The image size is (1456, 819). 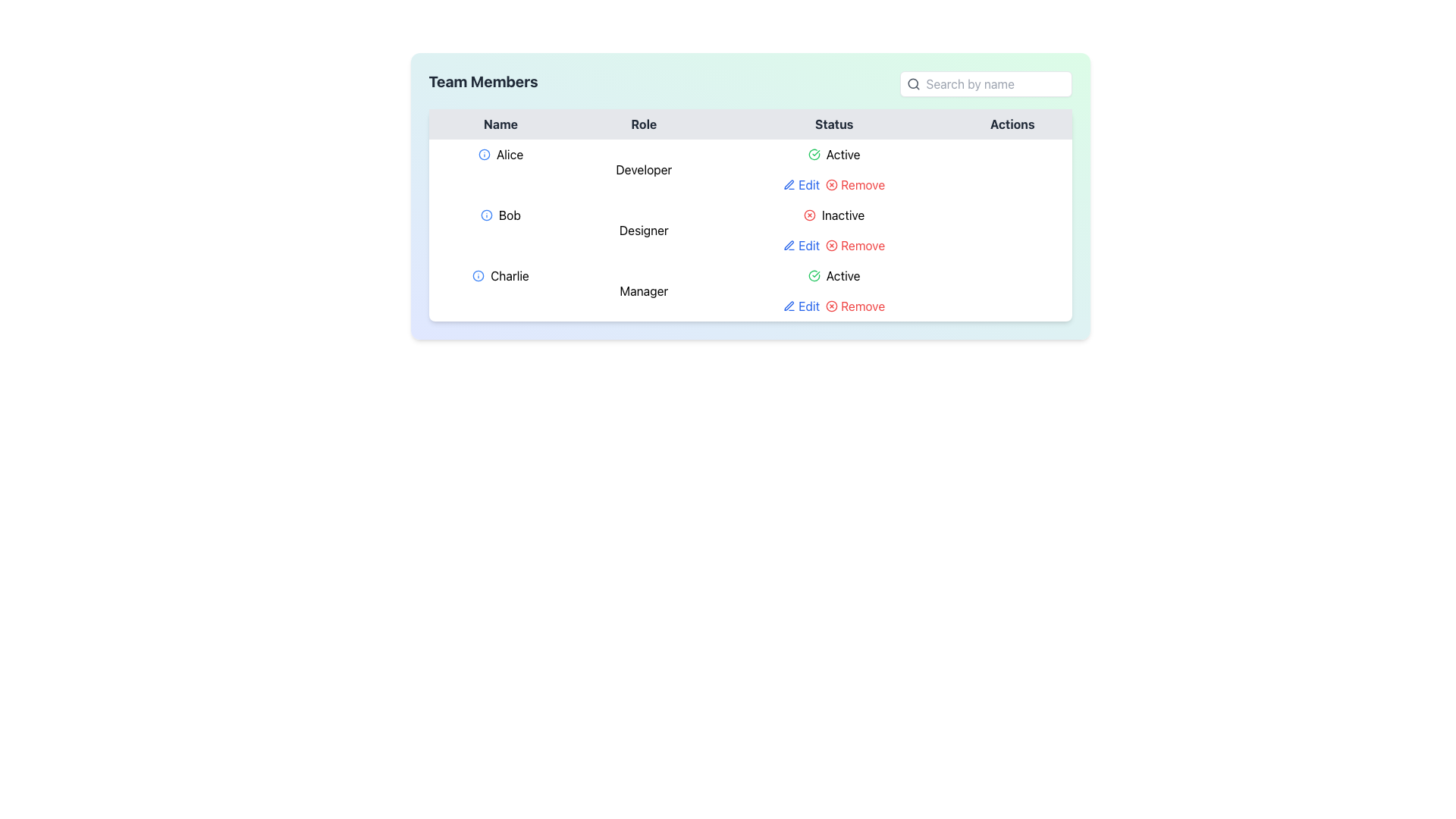 What do you see at coordinates (789, 184) in the screenshot?
I see `the Edit SVG Icon representing the modification of user details for Bob, located in the Actions column of the table` at bounding box center [789, 184].